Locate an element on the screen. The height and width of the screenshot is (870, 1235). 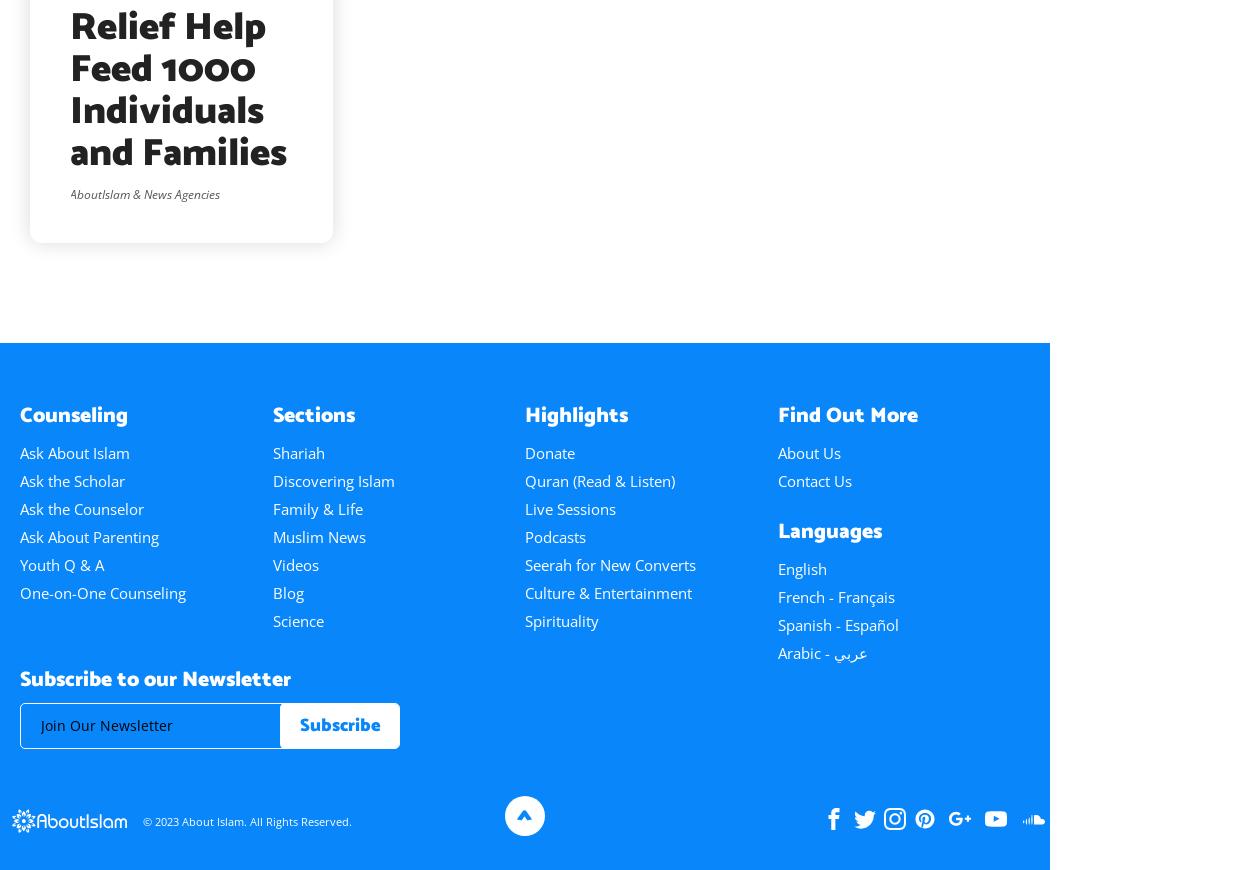
'Highlights' is located at coordinates (575, 414).